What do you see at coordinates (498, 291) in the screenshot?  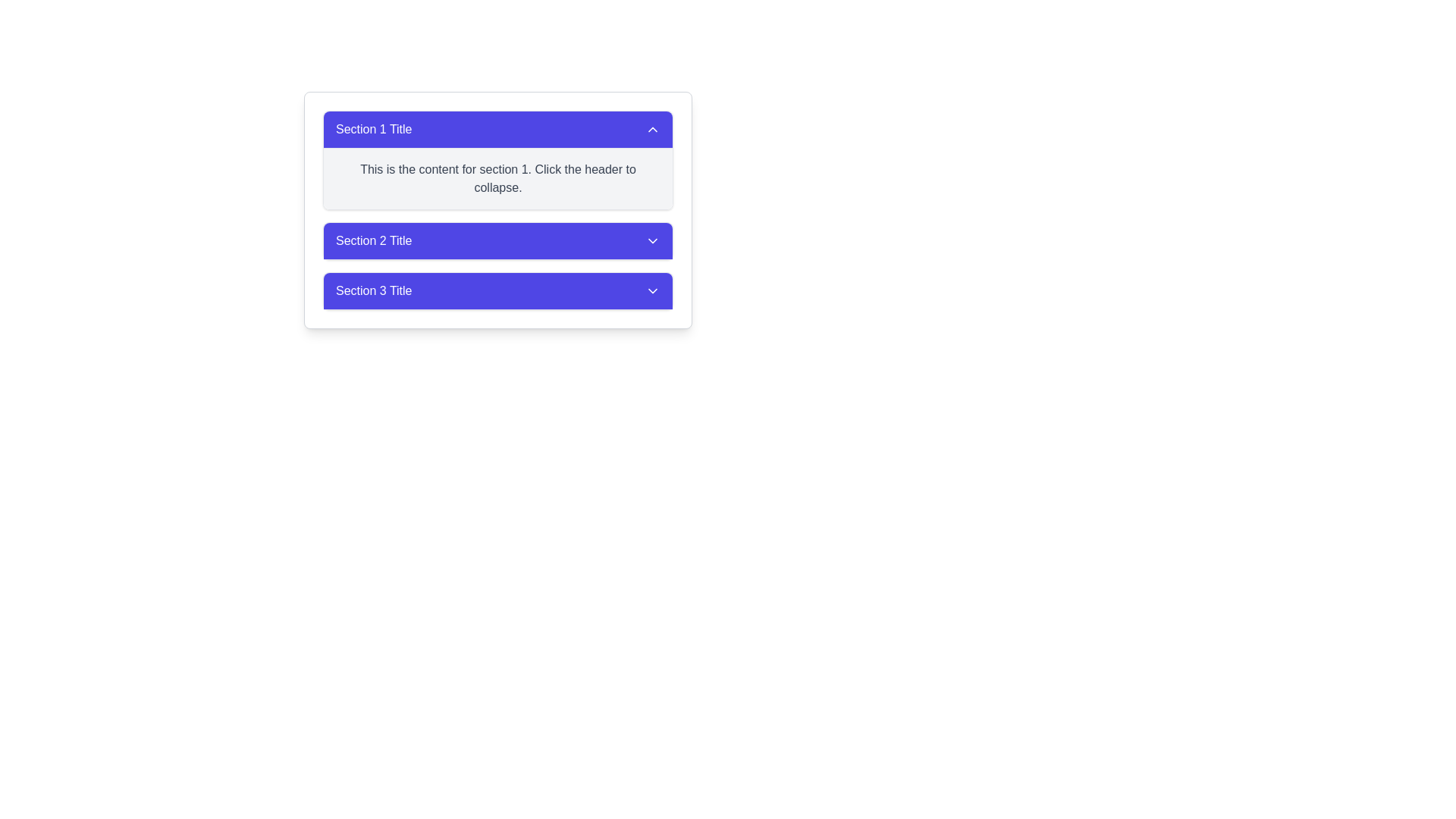 I see `the collapsible section header button for 'Section 3'` at bounding box center [498, 291].